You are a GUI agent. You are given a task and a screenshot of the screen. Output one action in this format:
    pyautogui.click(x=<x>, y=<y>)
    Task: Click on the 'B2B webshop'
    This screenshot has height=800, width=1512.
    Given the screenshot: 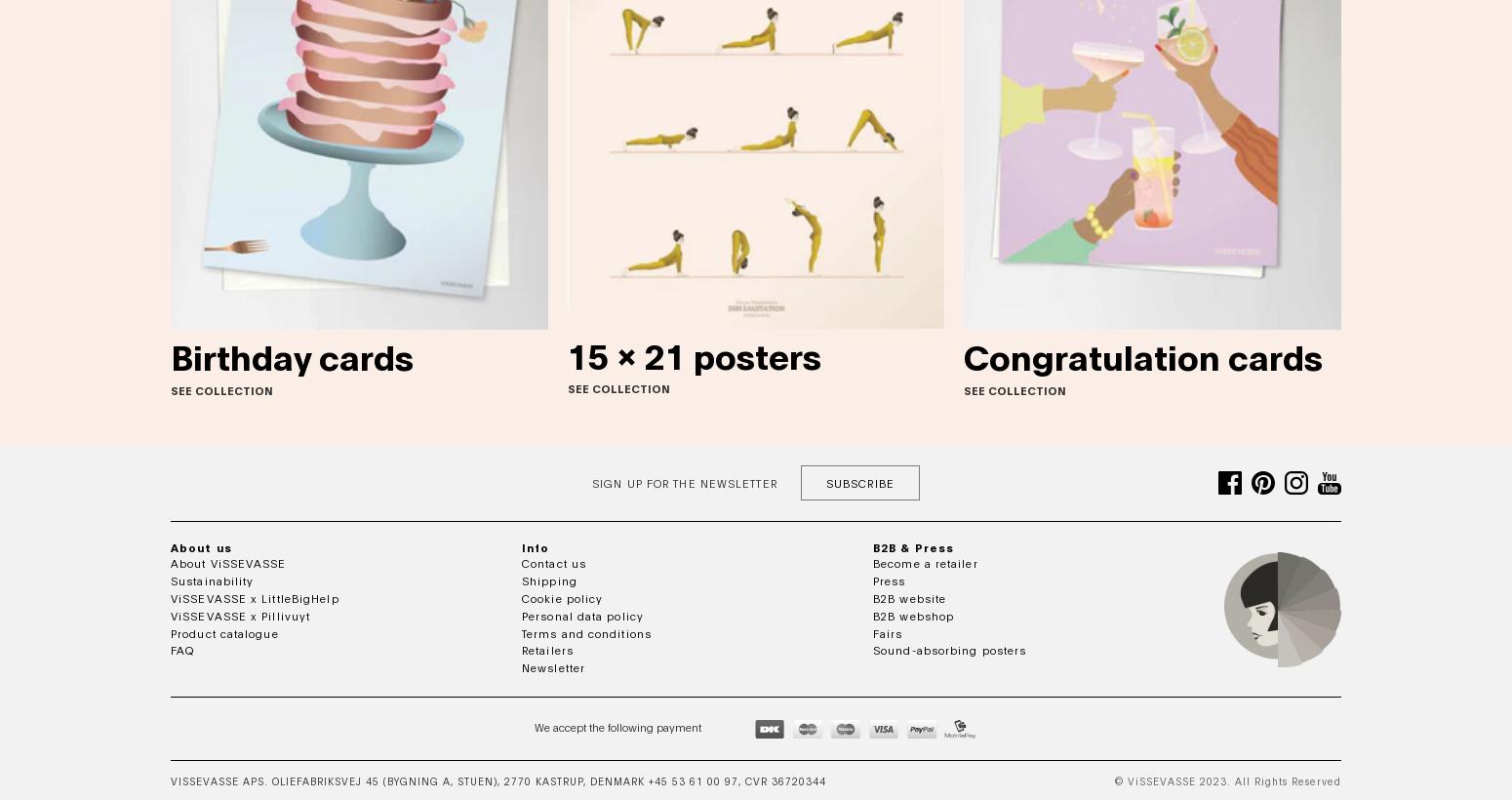 What is the action you would take?
    pyautogui.click(x=872, y=614)
    